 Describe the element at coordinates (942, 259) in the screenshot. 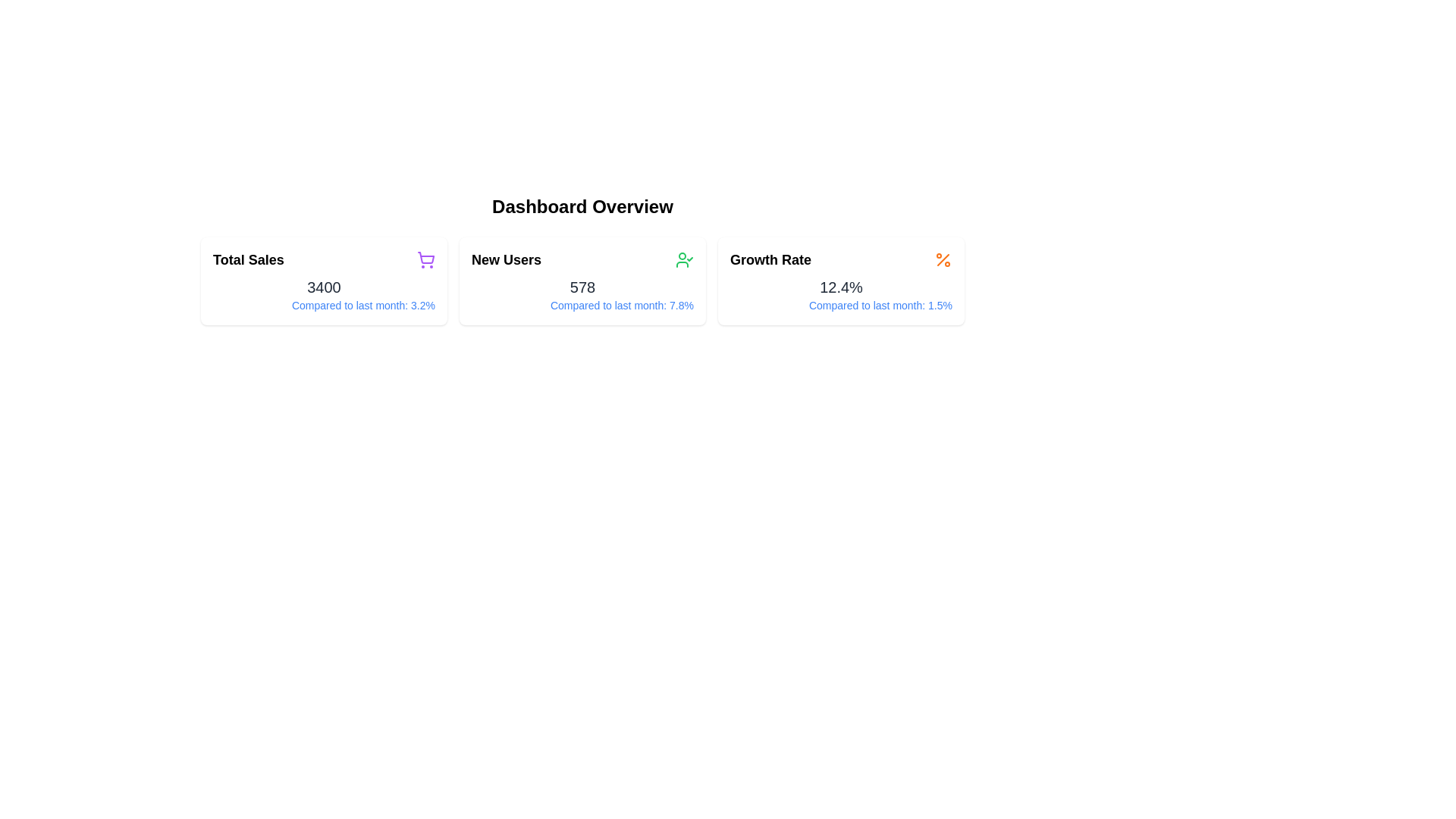

I see `the decorative diagonal line within the orange percentage icon in the 'Growth Rate' card located in the third column of the overview grid` at that location.